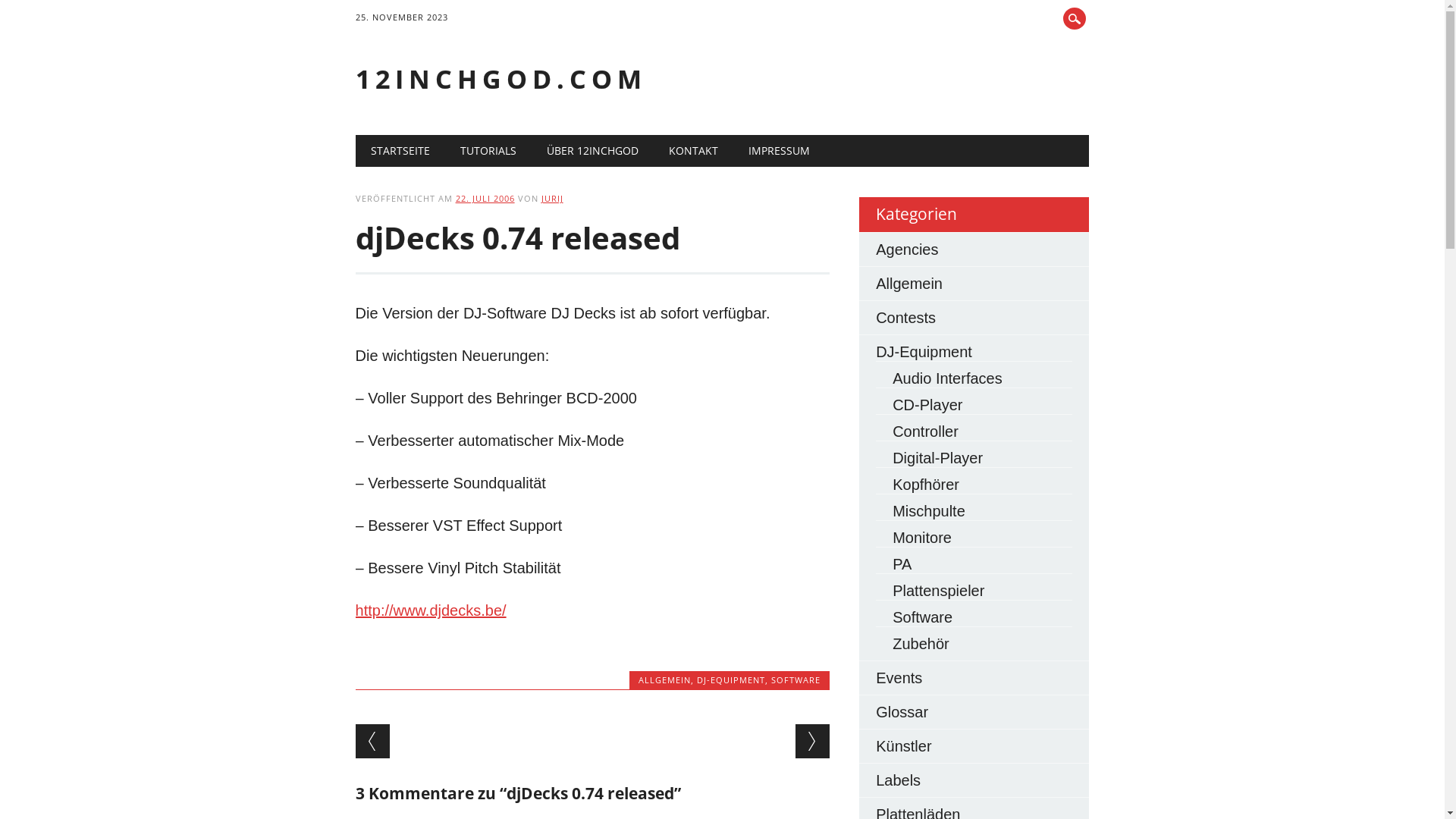  What do you see at coordinates (909, 284) in the screenshot?
I see `'Allgemein'` at bounding box center [909, 284].